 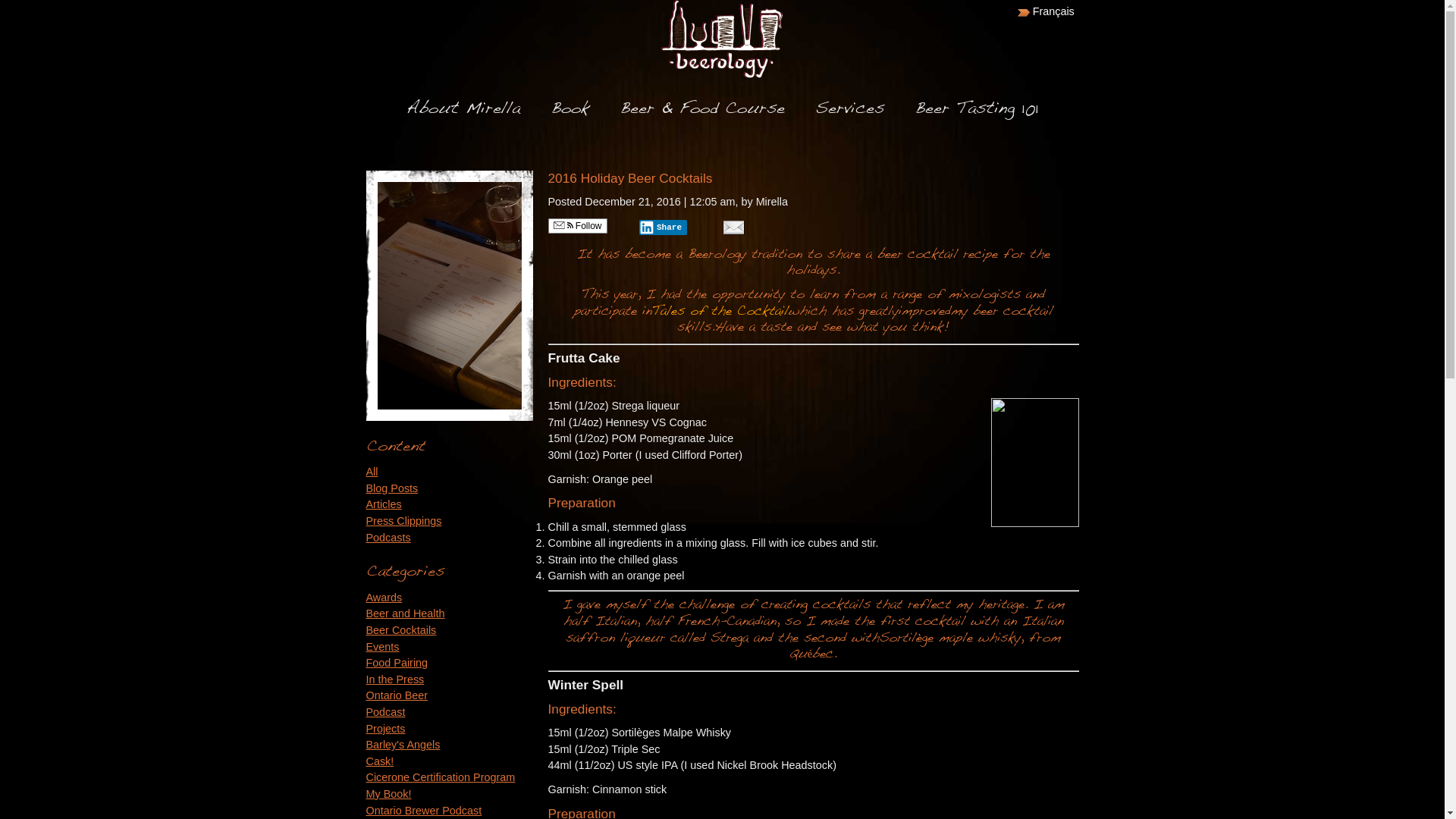 I want to click on 'Tales of the Cocktail', so click(x=720, y=310).